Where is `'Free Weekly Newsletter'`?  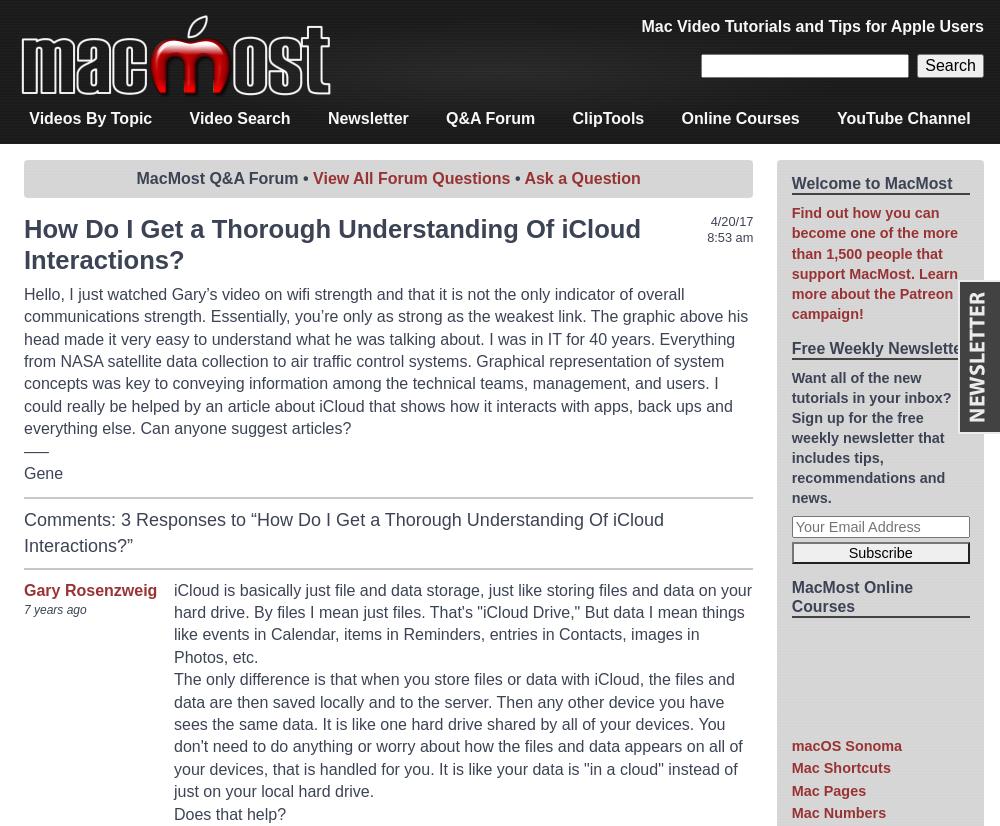 'Free Weekly Newsletter' is located at coordinates (879, 346).